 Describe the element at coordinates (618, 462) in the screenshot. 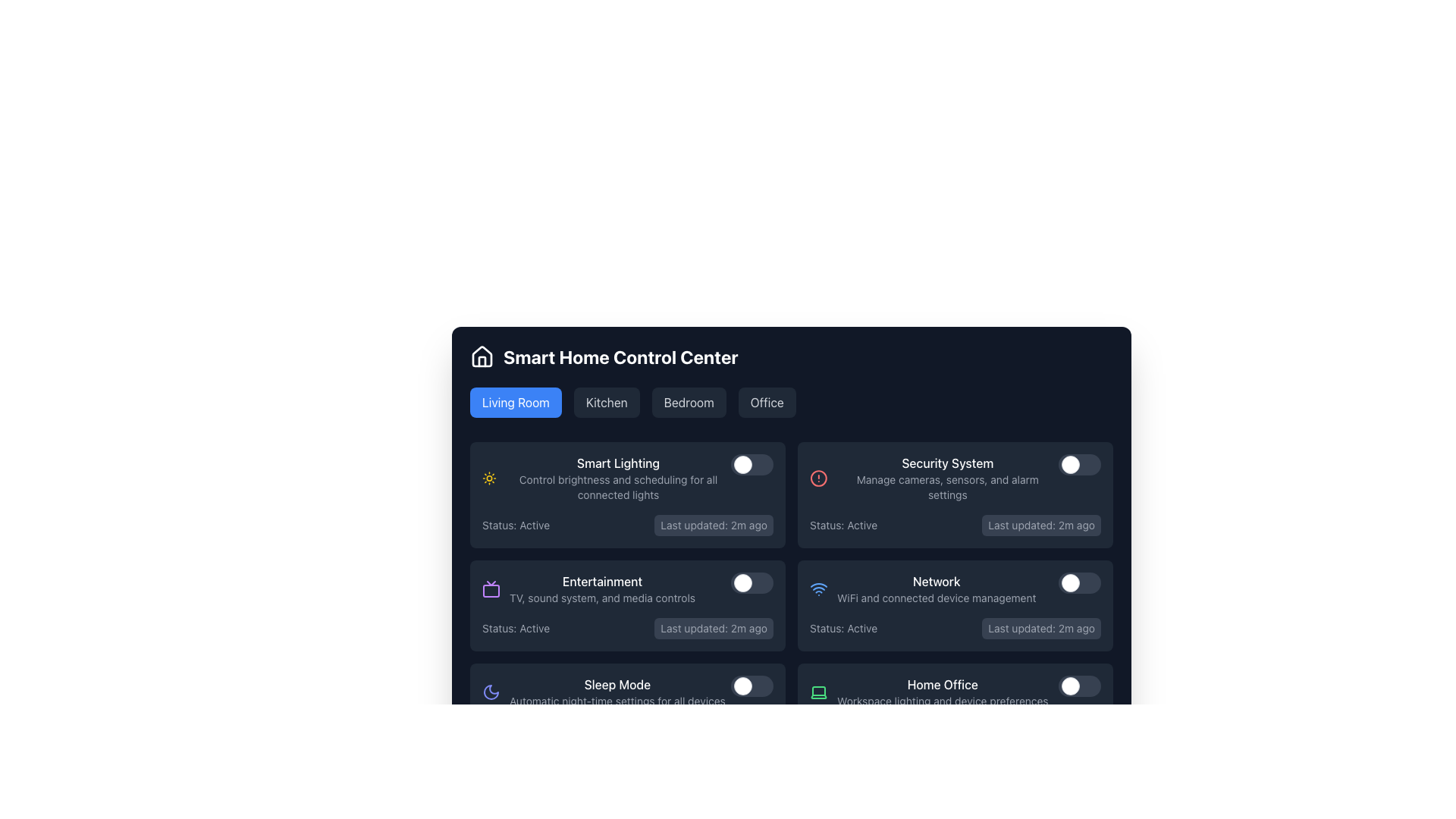

I see `the static text label stating 'Smart Lighting' which is located on a dark blue background in the top-left quadrant of the interface, part of the 'Living Room' section` at that location.